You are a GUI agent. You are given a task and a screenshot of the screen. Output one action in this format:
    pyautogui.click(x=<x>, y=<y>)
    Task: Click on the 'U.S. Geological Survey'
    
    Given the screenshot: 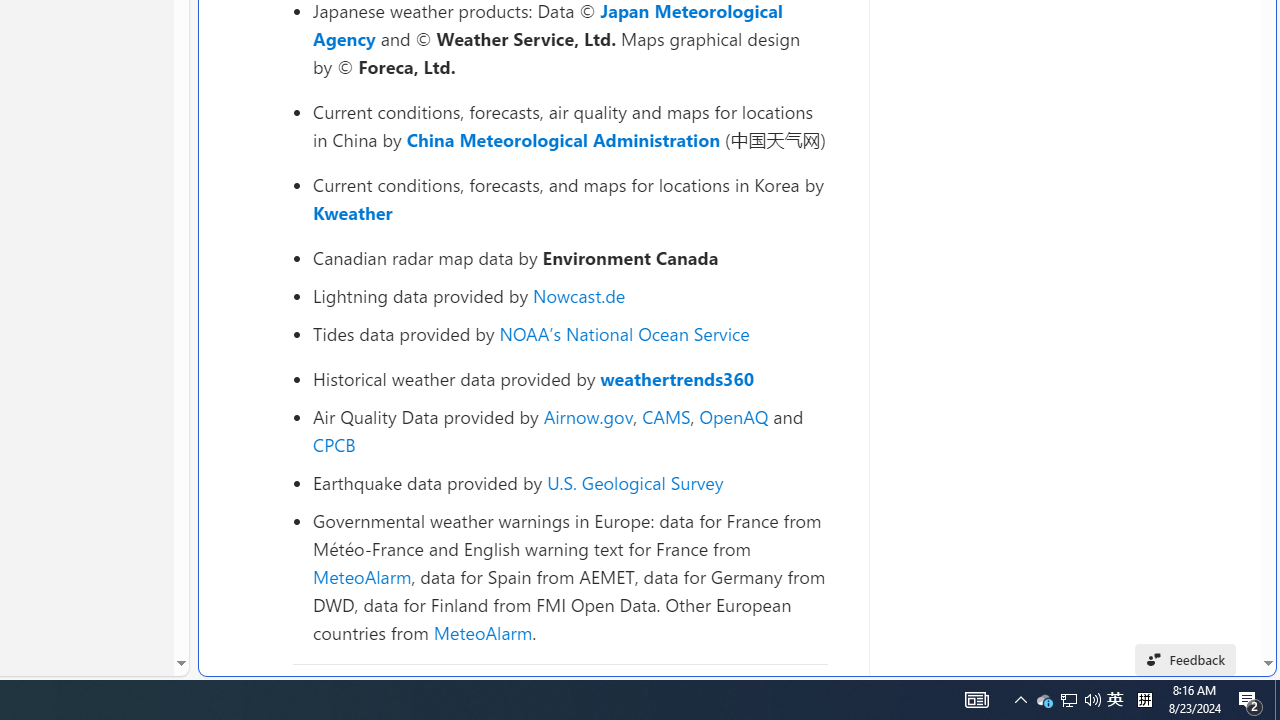 What is the action you would take?
    pyautogui.click(x=634, y=483)
    